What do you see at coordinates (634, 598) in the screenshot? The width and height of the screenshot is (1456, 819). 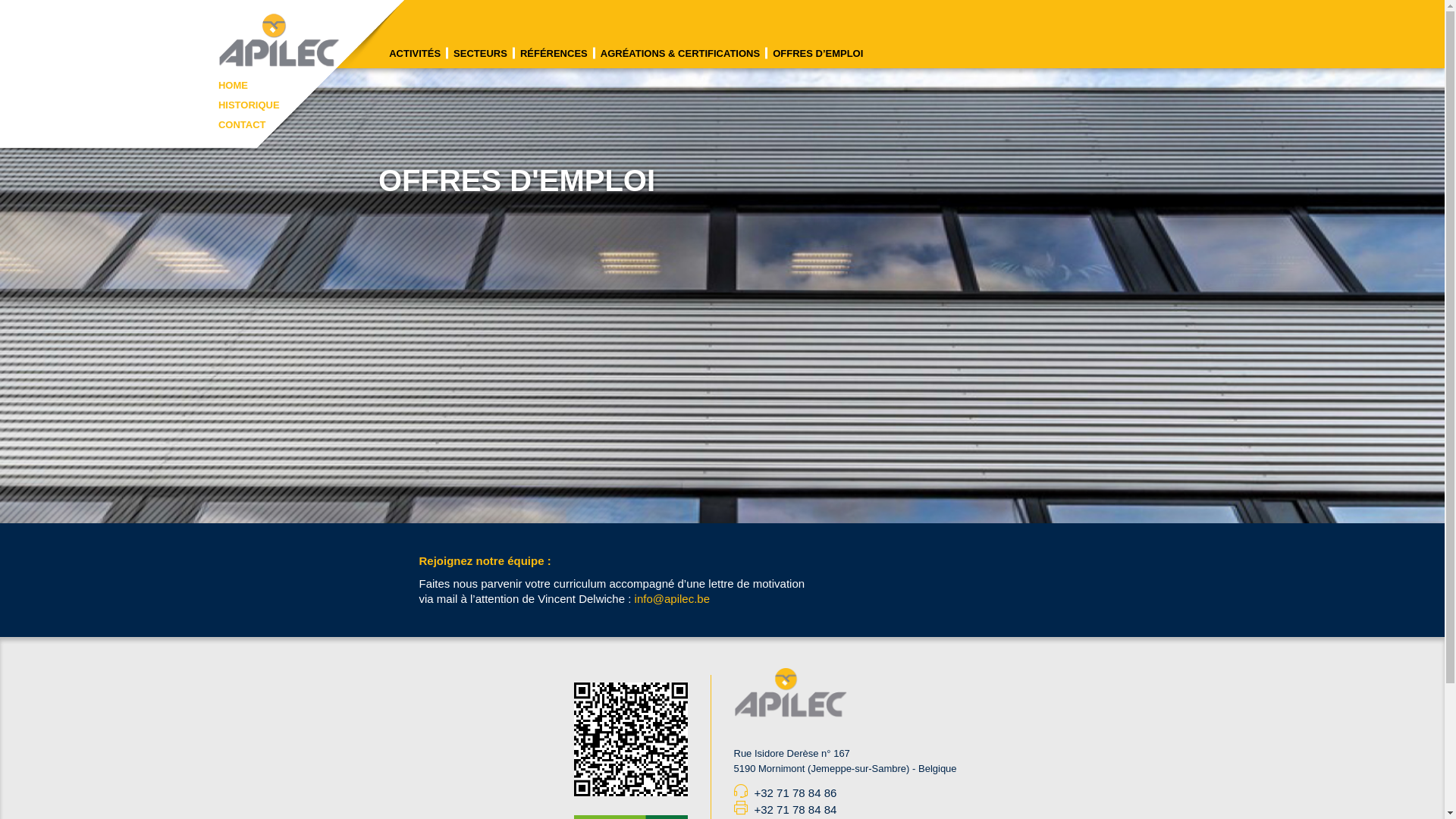 I see `'info@apilec.be'` at bounding box center [634, 598].